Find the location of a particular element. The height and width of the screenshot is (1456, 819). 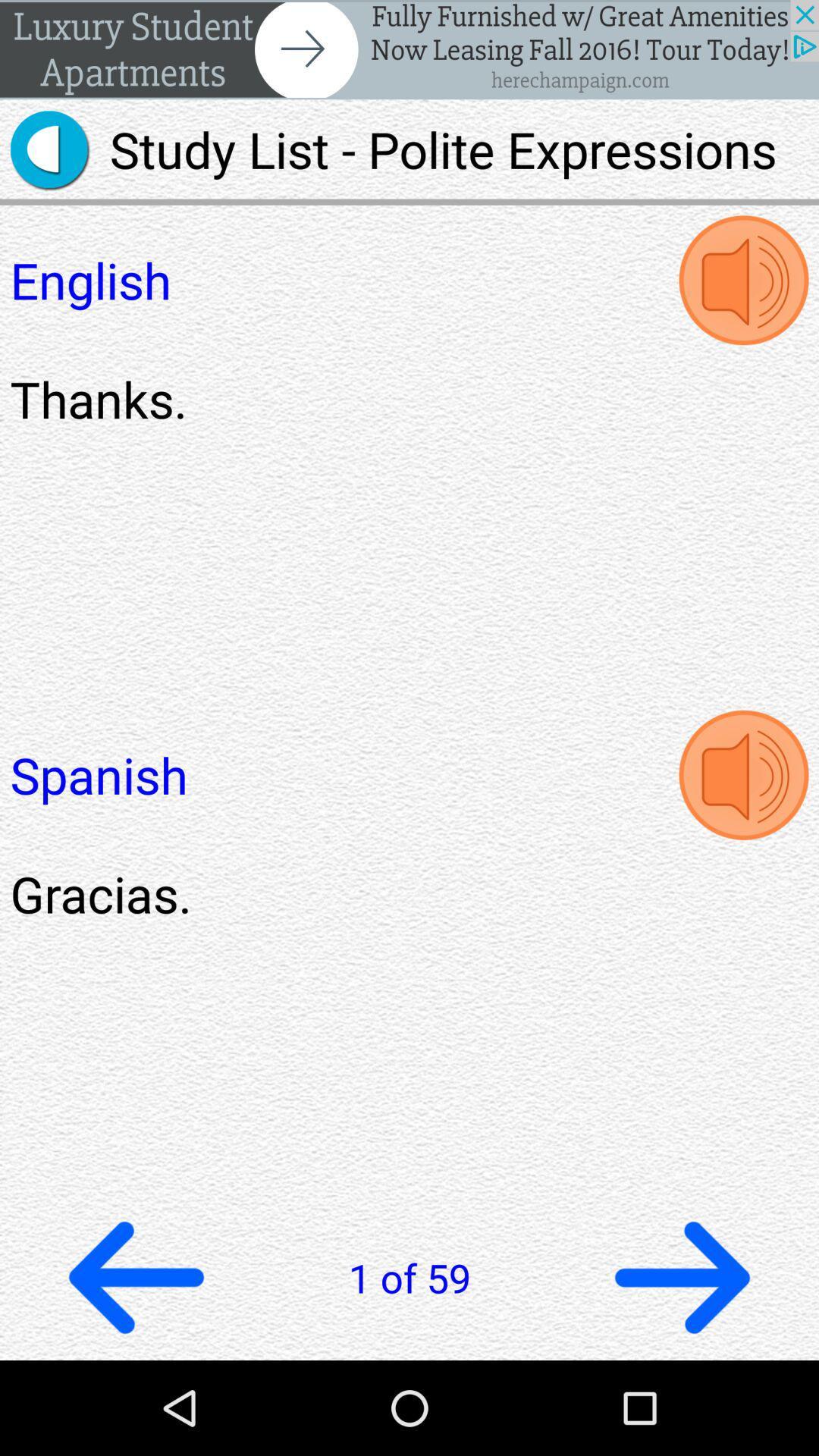

sound is located at coordinates (742, 280).